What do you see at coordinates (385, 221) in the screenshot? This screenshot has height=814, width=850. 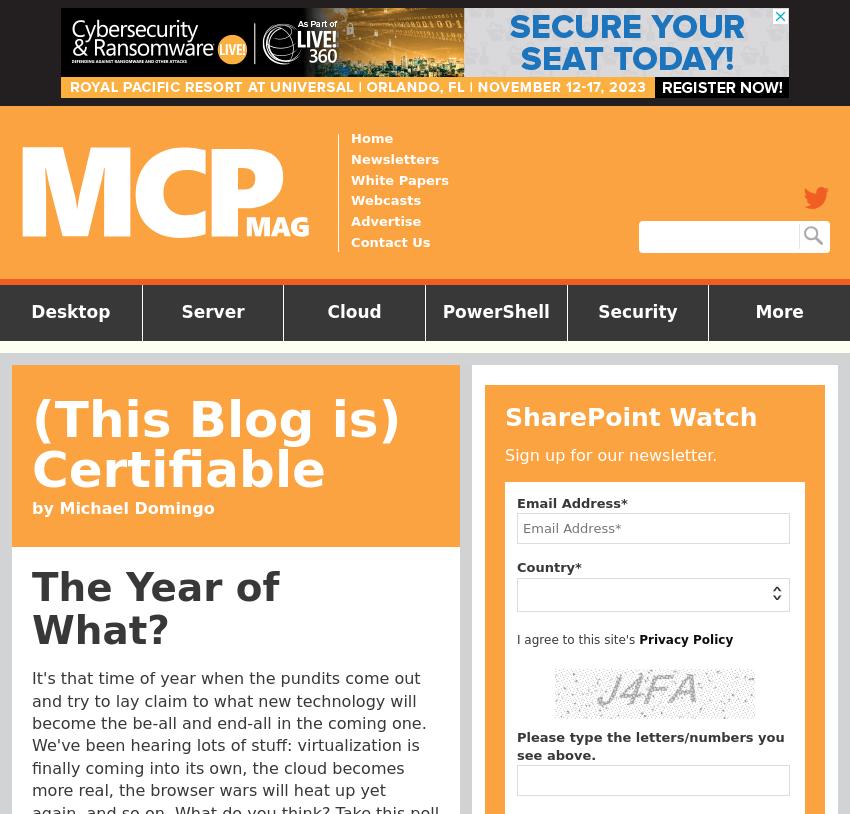 I see `'Advertise'` at bounding box center [385, 221].